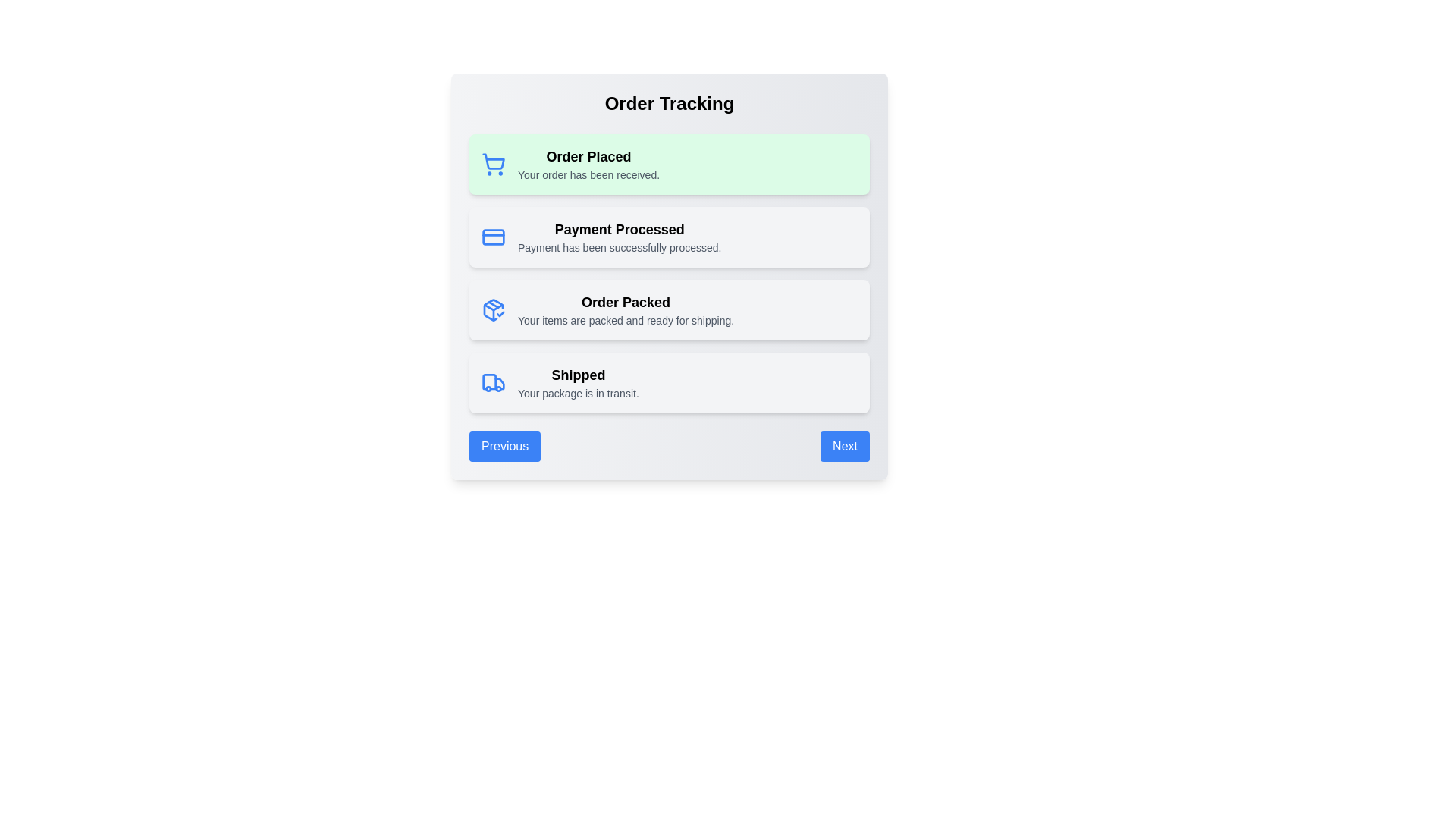  I want to click on the credit card icon with a blue outline located to the left of the 'Payment Processed' text in the order tracking interface, so click(494, 237).